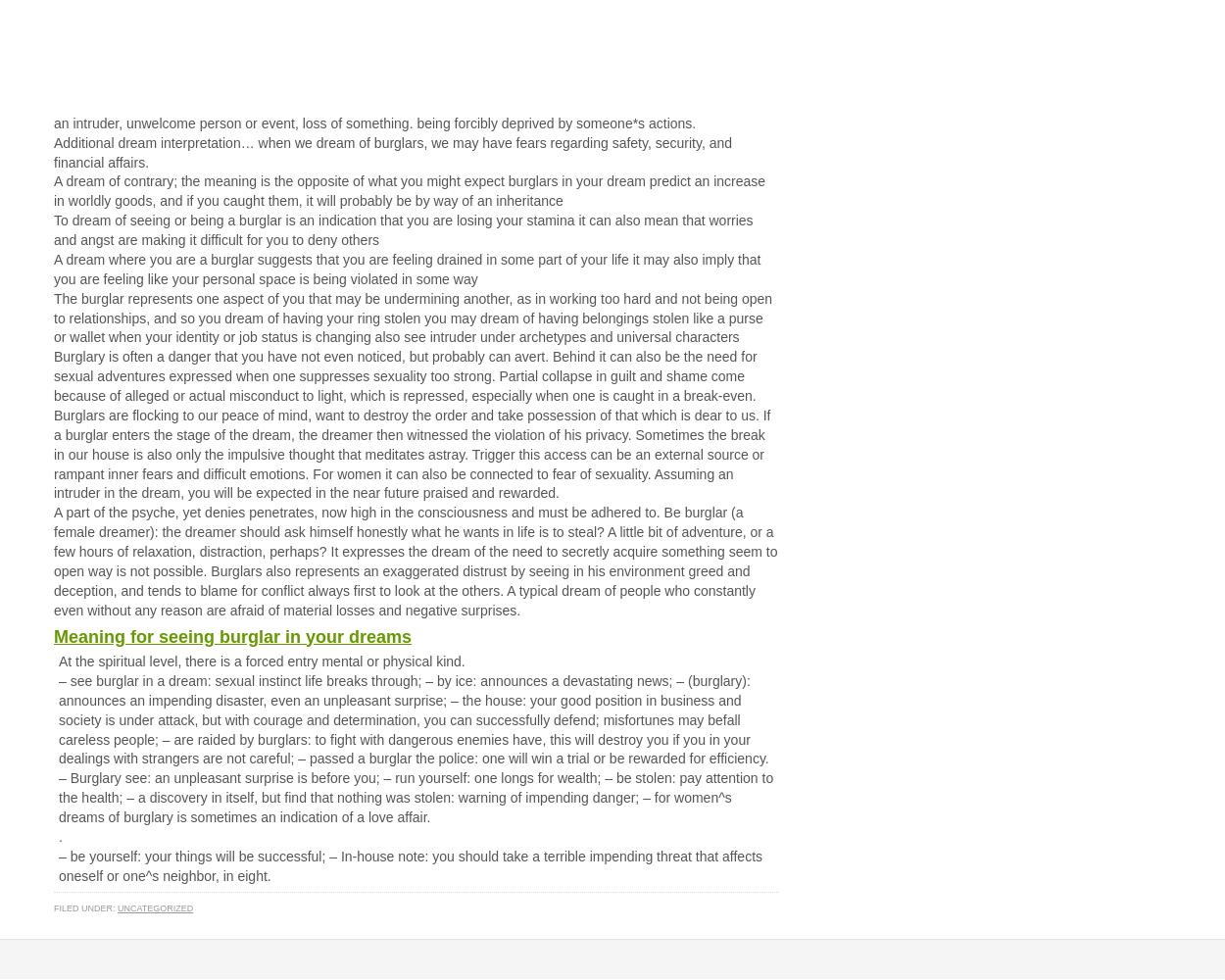  Describe the element at coordinates (407, 269) in the screenshot. I see `'A dream where you are a burglar suggests that you are feeling drained in some part of your life it may also imply that you are feeling like your personal space is being violated in some way'` at that location.